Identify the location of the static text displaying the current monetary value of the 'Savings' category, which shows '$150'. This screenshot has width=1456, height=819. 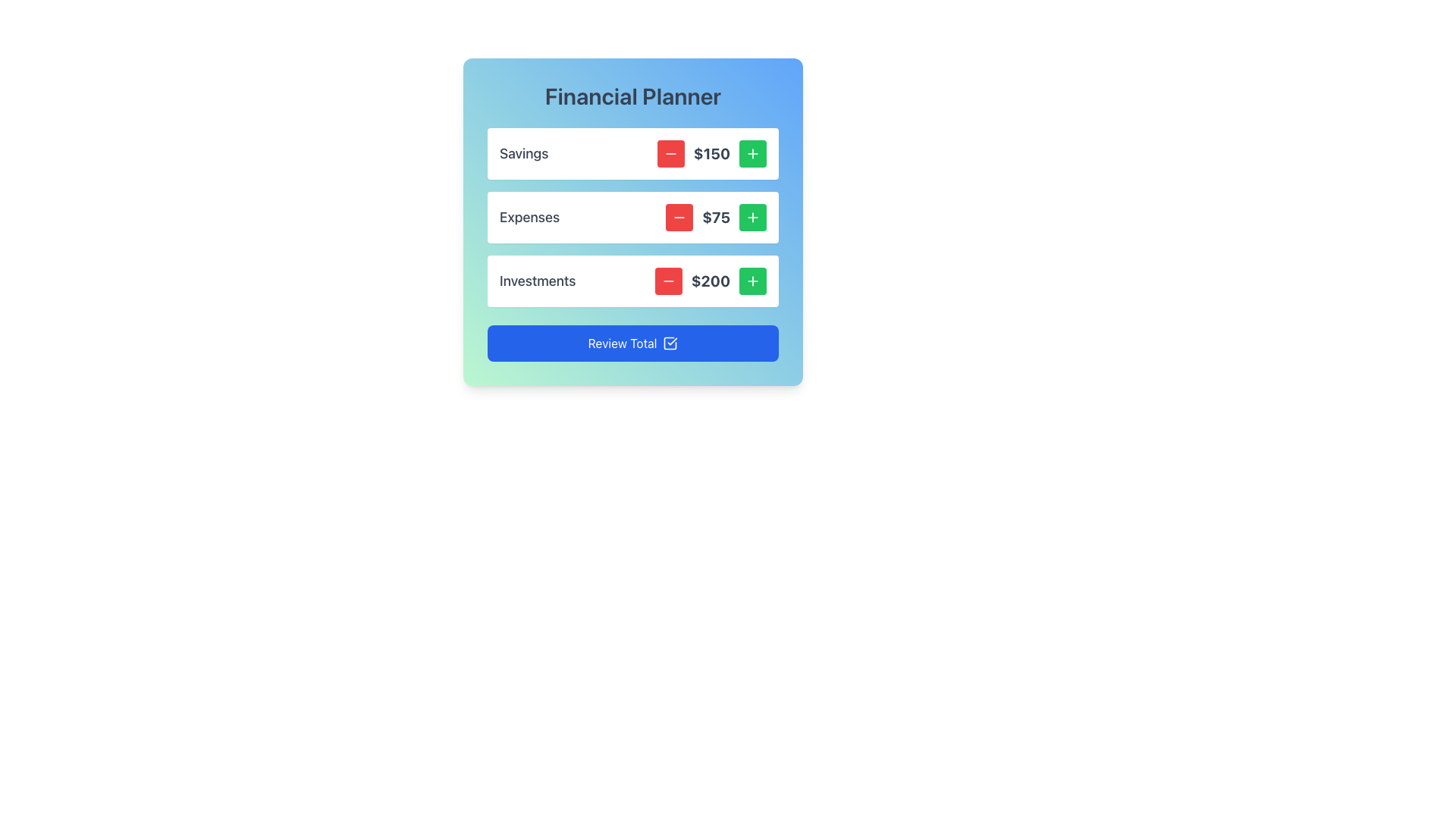
(711, 154).